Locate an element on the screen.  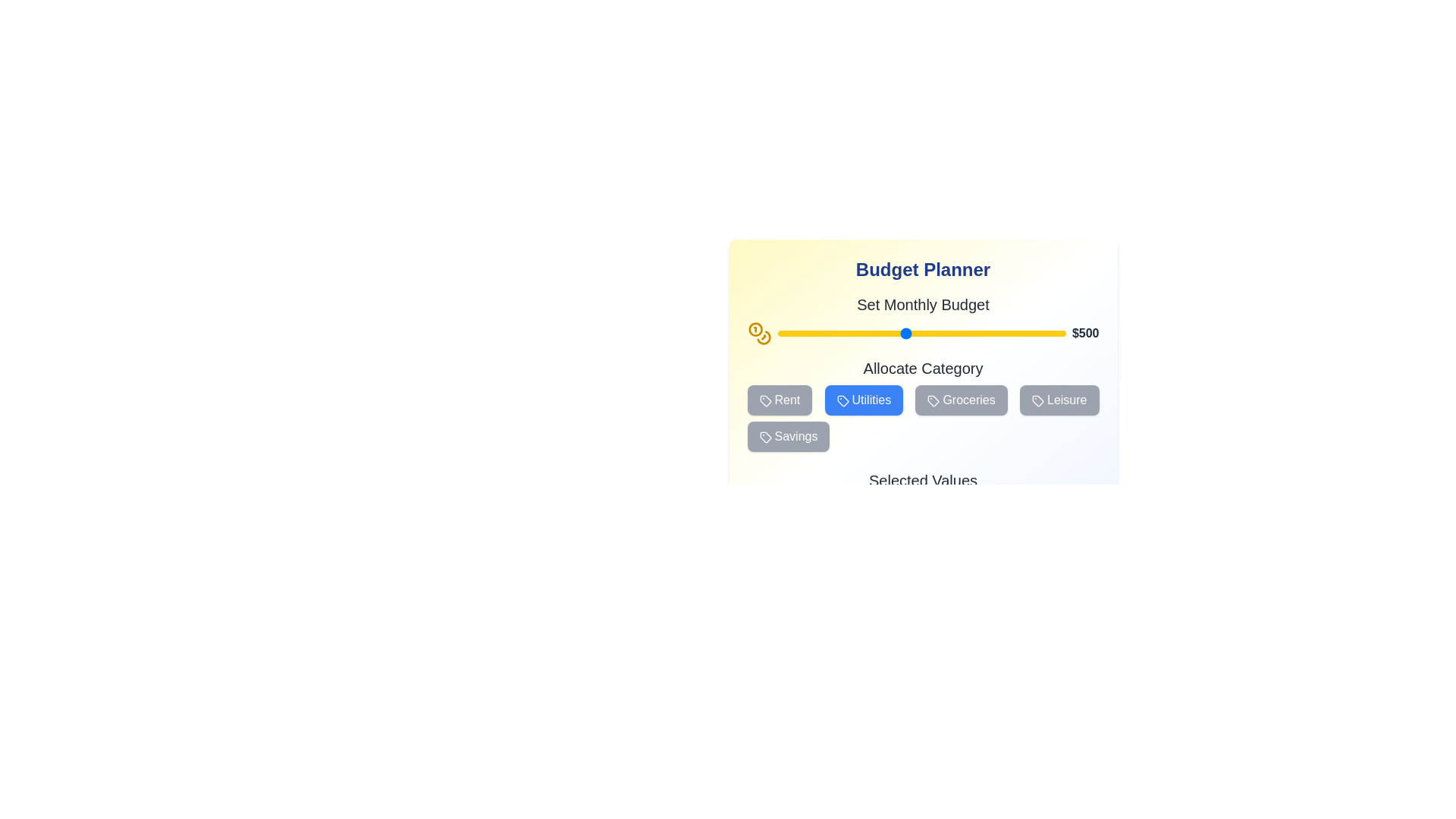
the button in the Interactive category selector located within the 'Budget Planner' panel is located at coordinates (922, 403).